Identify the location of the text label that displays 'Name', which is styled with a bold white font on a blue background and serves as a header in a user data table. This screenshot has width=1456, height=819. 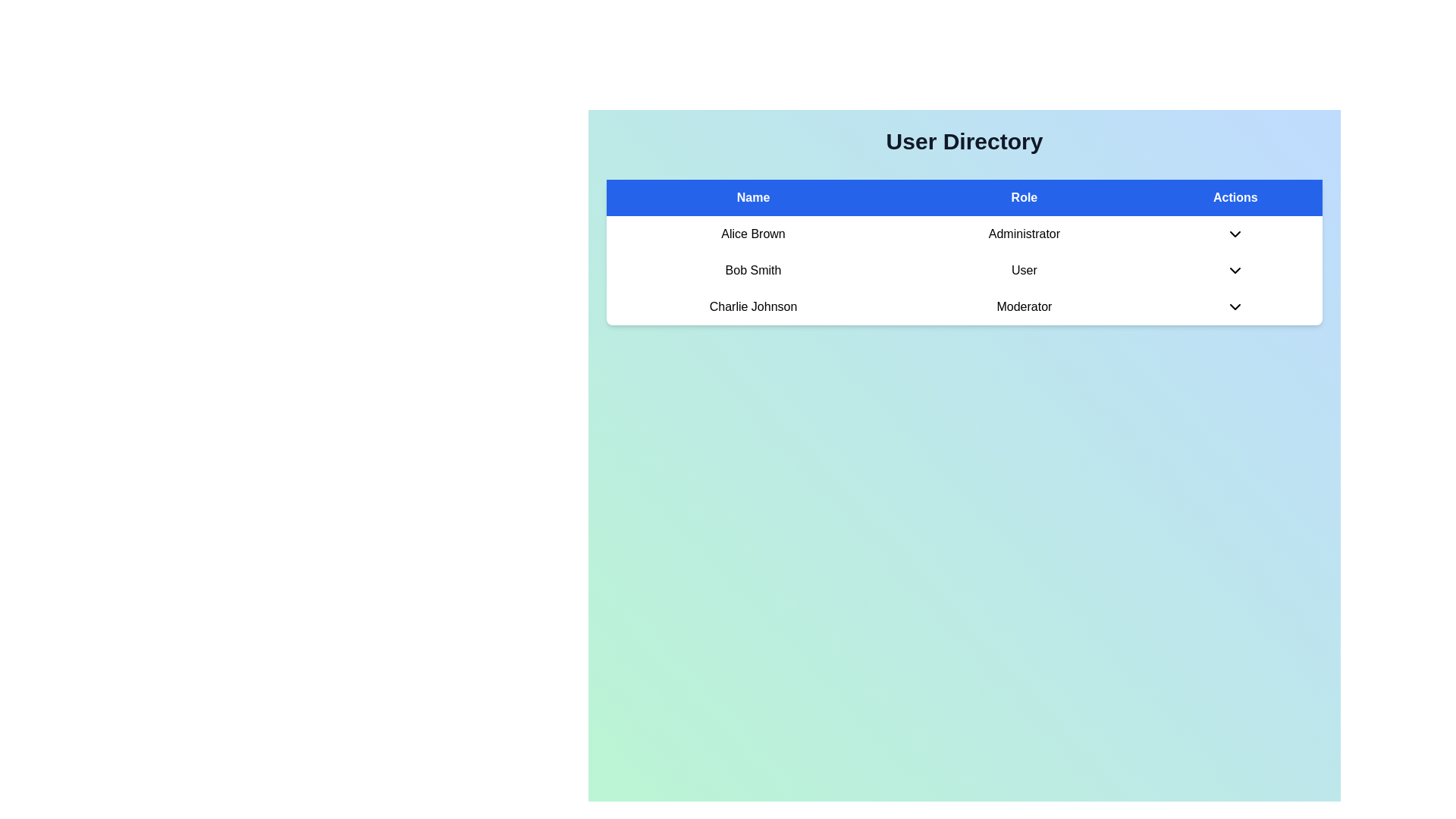
(753, 197).